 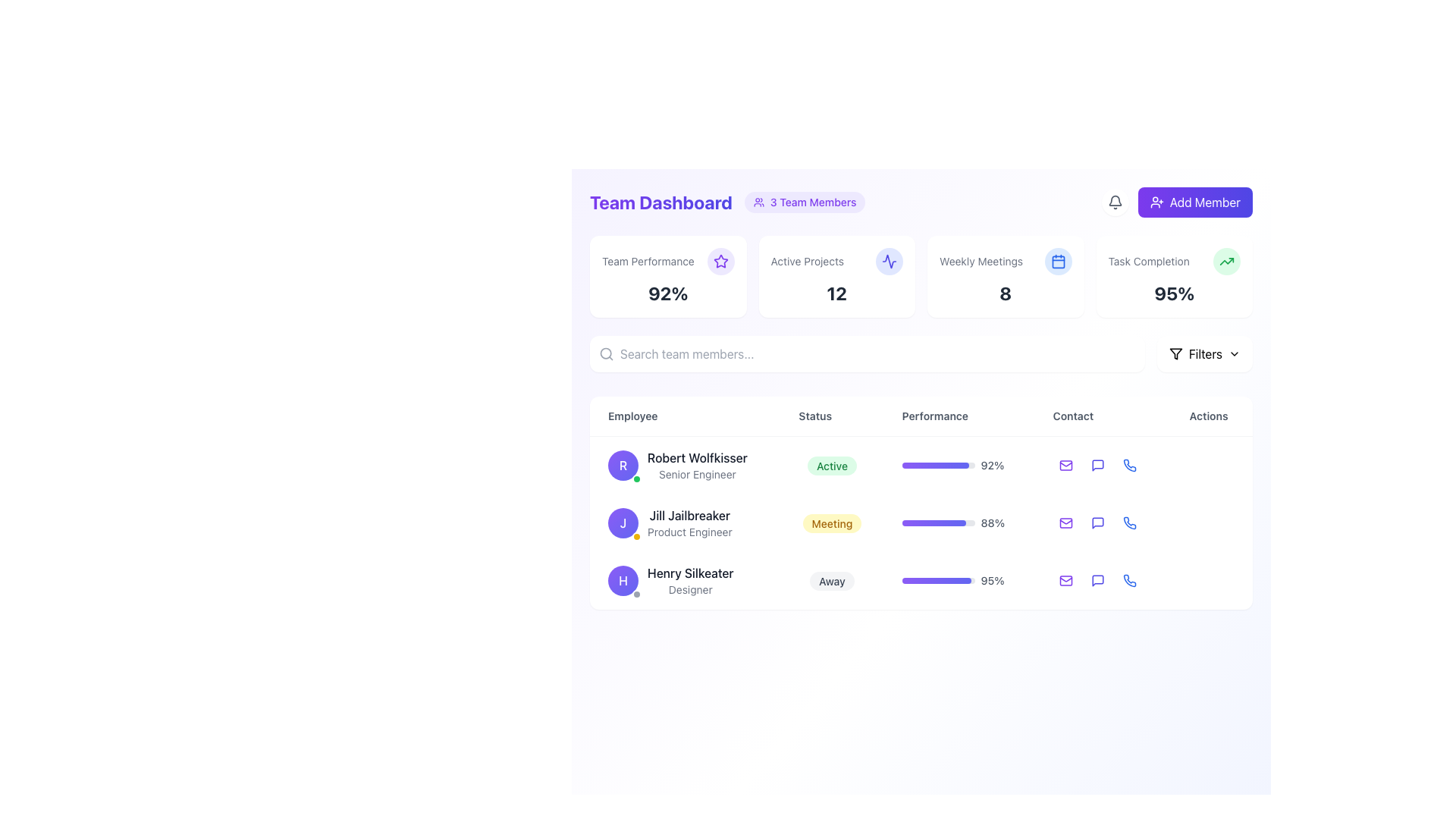 I want to click on the button in the 'Actions' column for the row corresponding to 'Henry Silkeater', so click(x=1211, y=464).